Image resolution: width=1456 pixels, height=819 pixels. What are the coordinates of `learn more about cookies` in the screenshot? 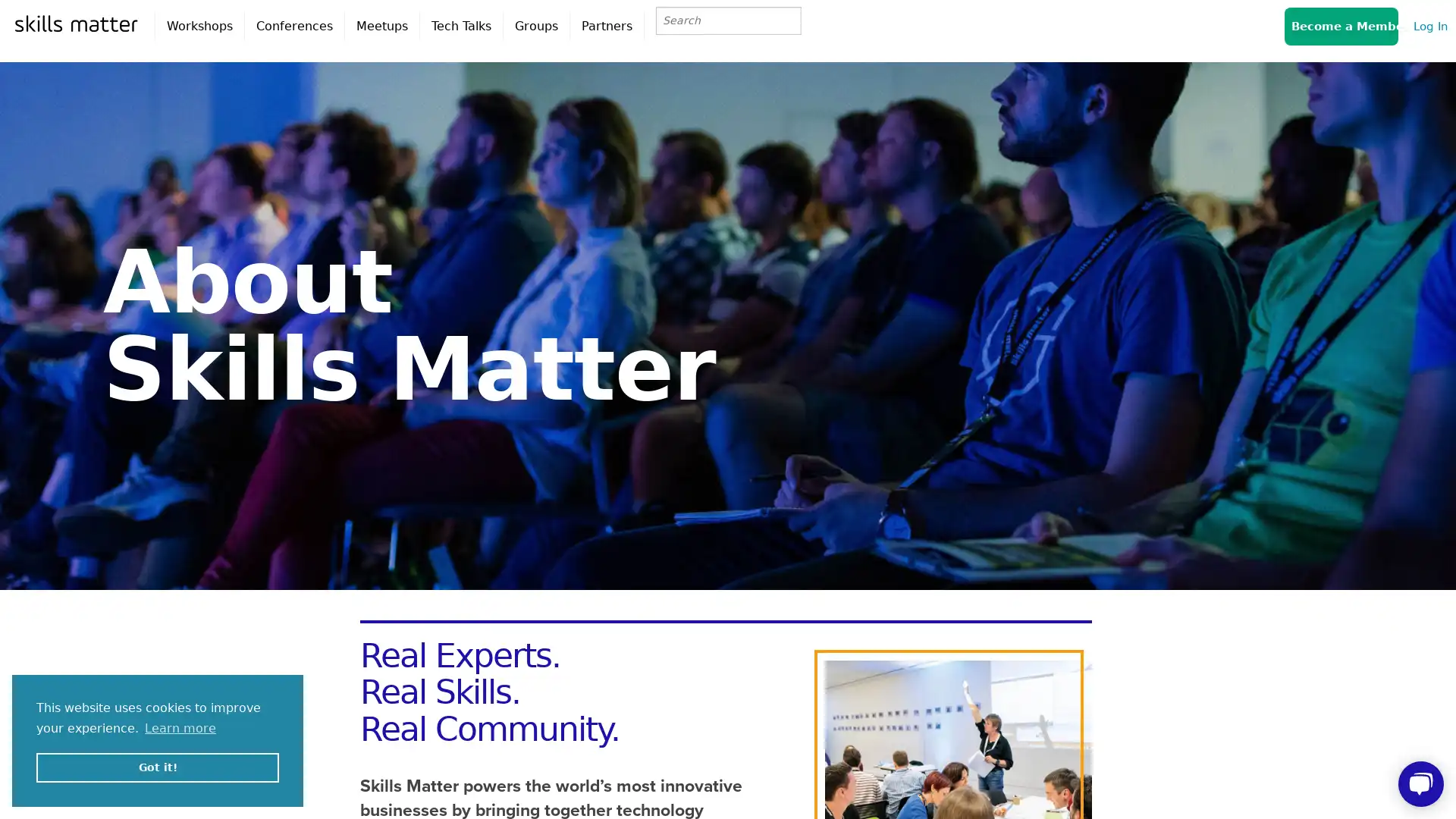 It's located at (180, 727).